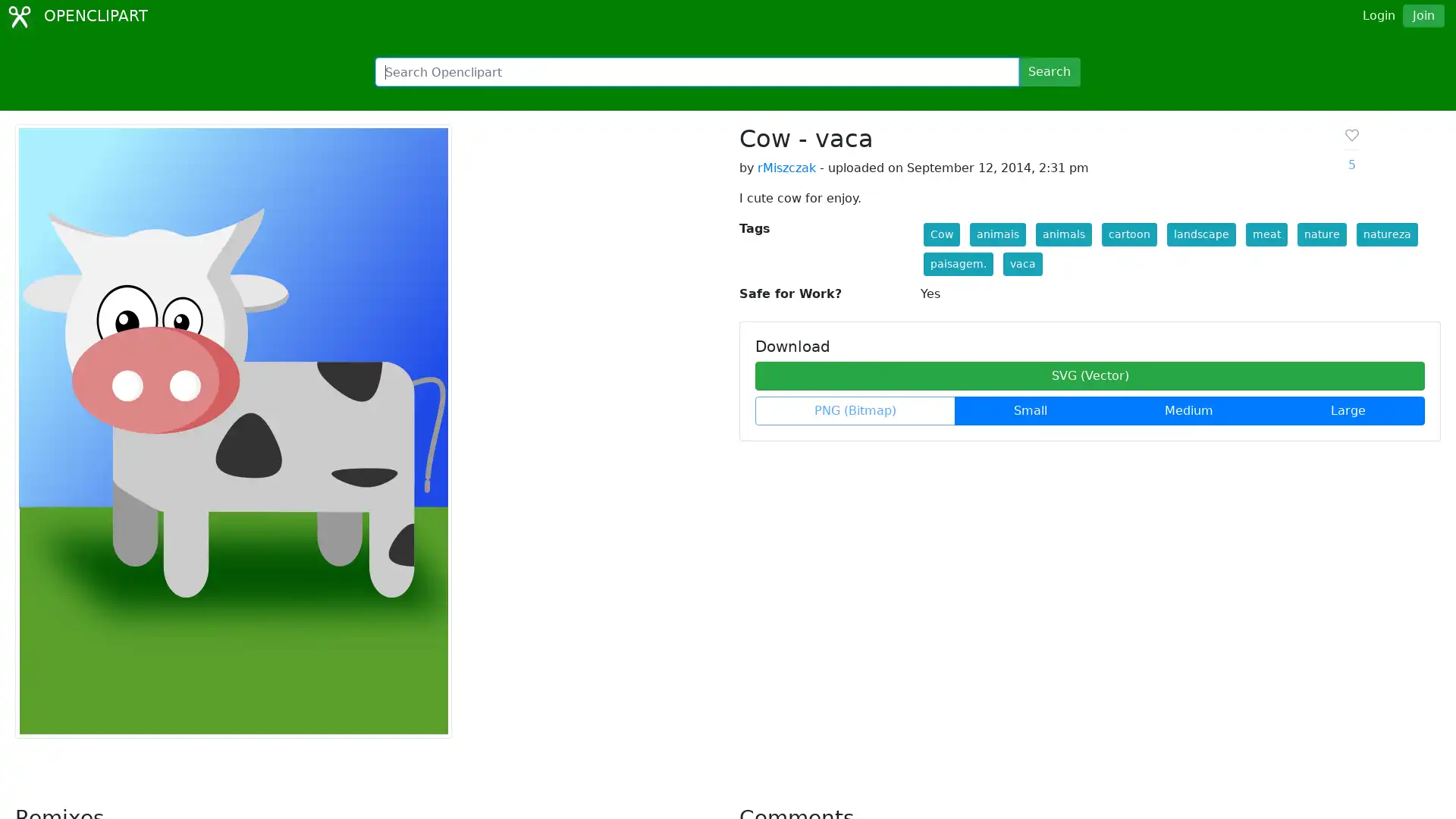 The width and height of the screenshot is (1456, 819). What do you see at coordinates (1266, 234) in the screenshot?
I see `meat` at bounding box center [1266, 234].